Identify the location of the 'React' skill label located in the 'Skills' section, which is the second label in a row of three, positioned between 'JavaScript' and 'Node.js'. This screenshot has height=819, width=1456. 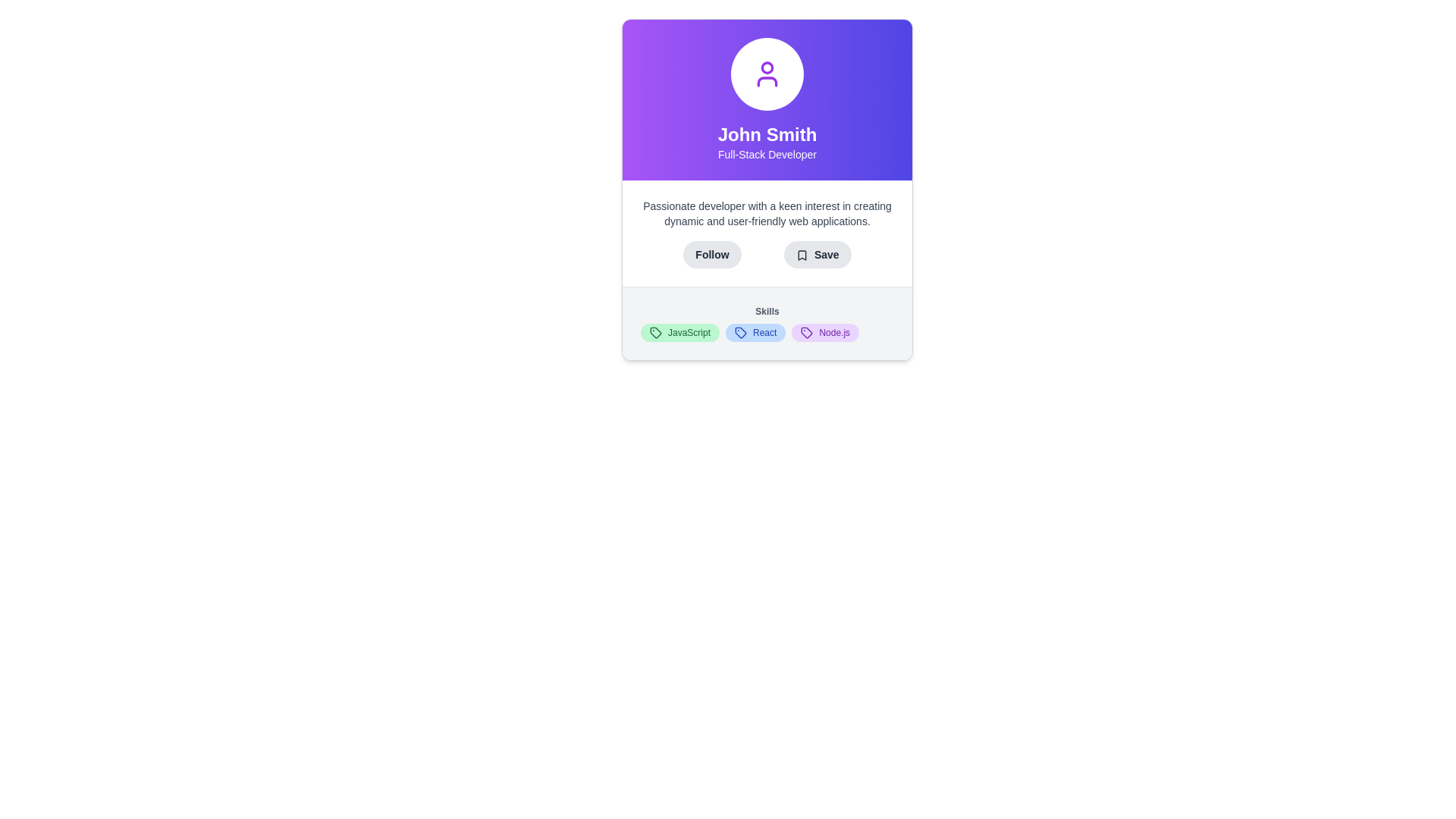
(755, 332).